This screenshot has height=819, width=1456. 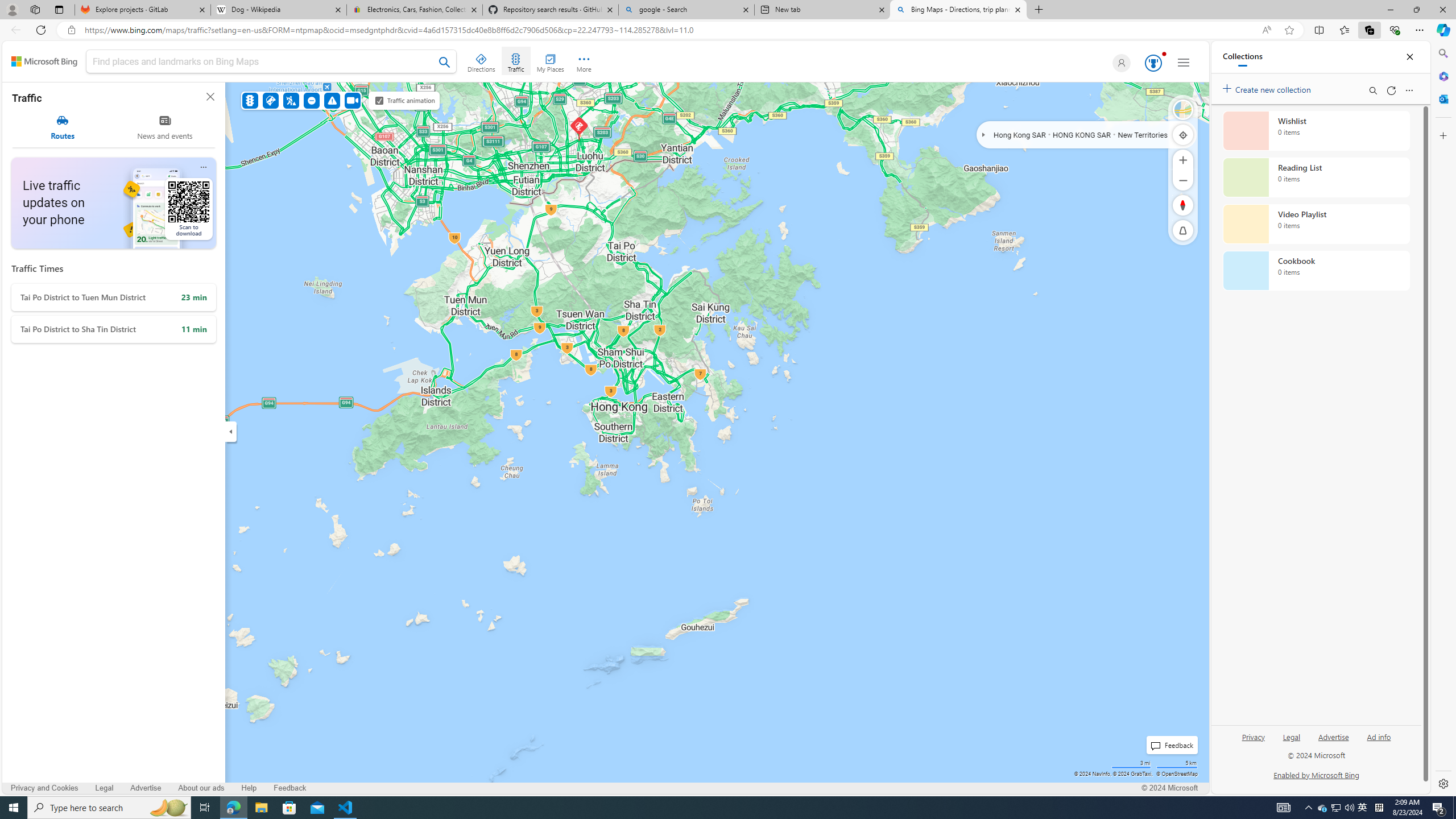 What do you see at coordinates (250, 788) in the screenshot?
I see `'Help'` at bounding box center [250, 788].